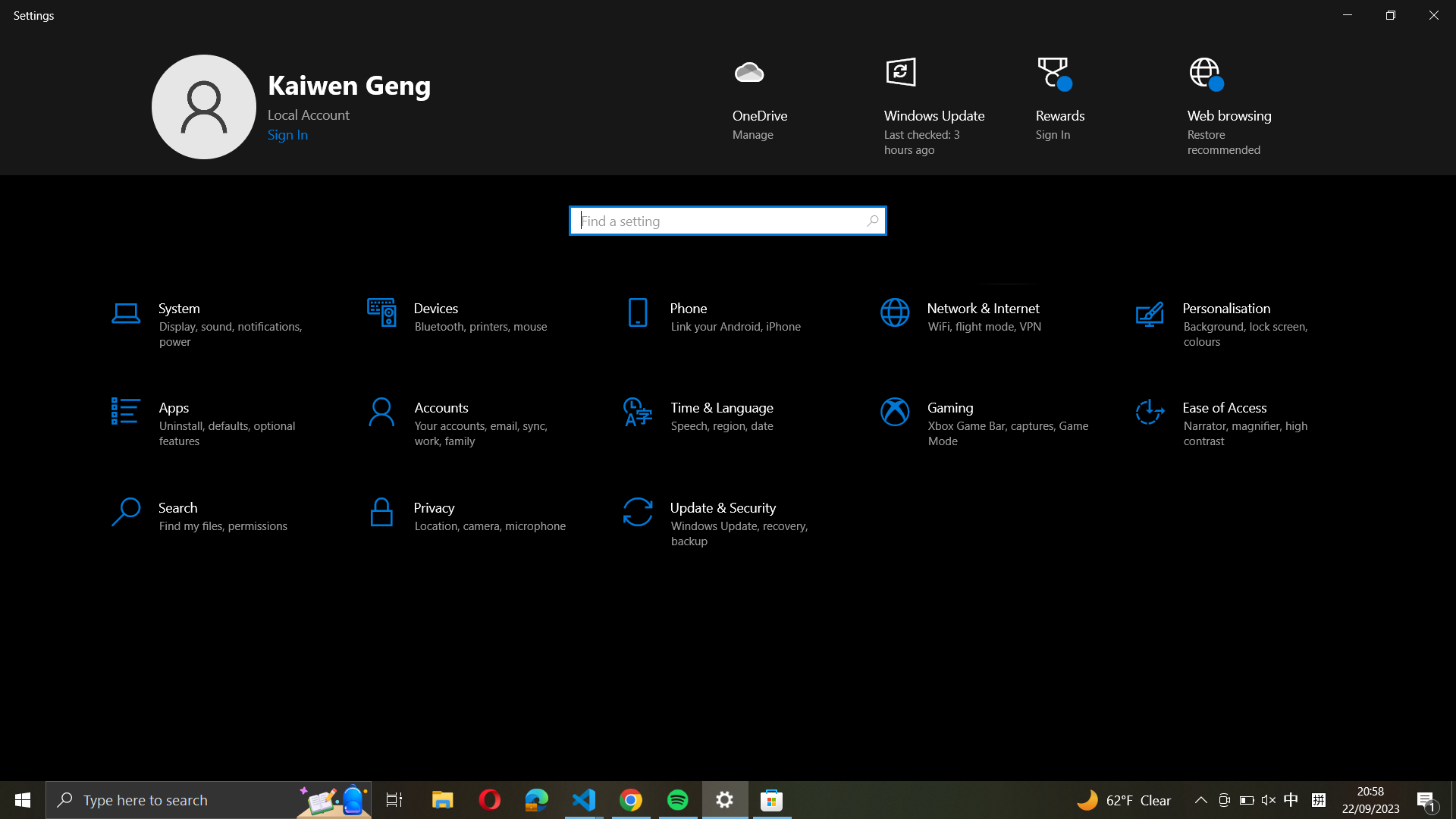 The height and width of the screenshot is (819, 1456). I want to click on the "Rewards" option, so click(1066, 106).